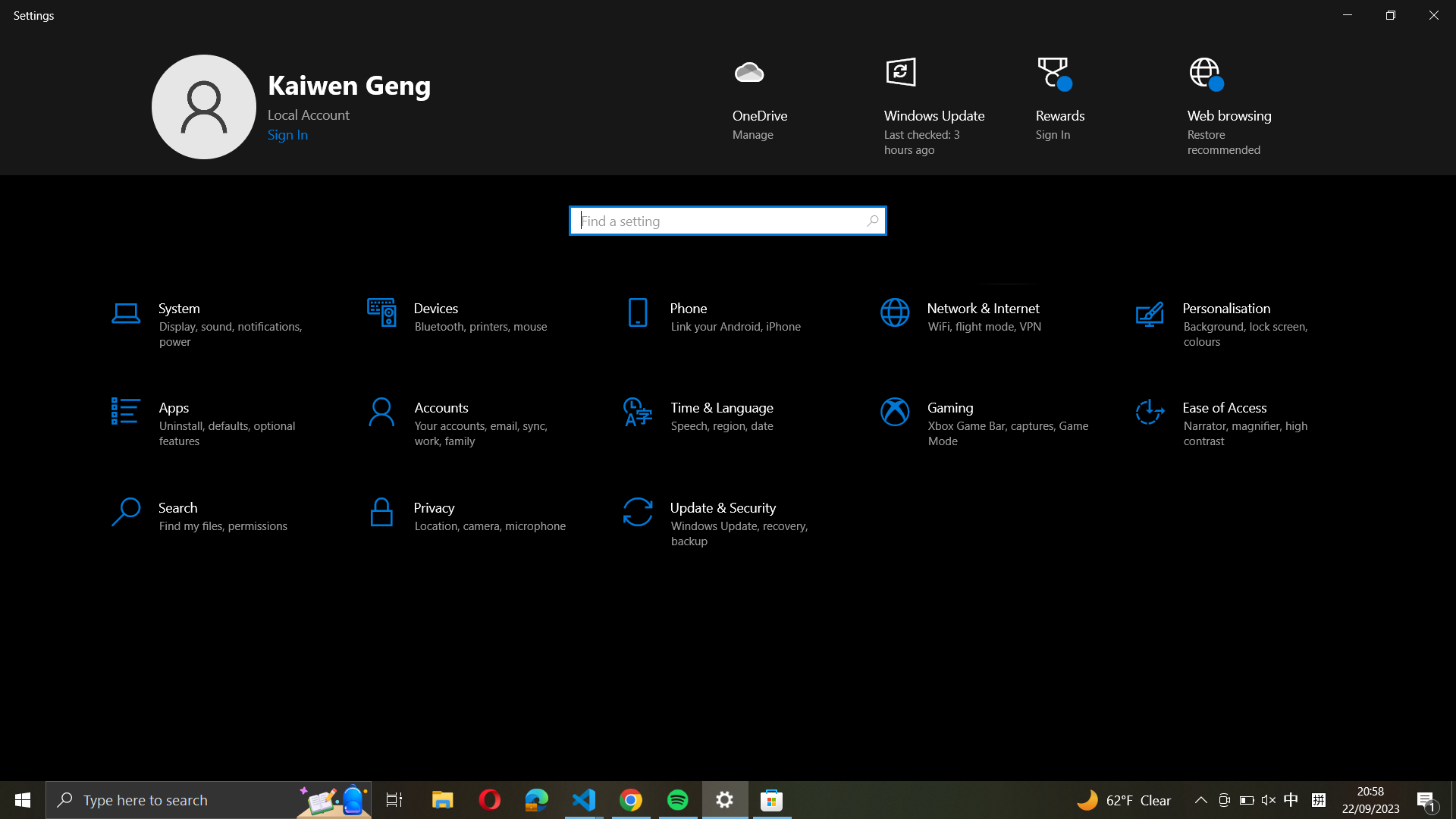 The height and width of the screenshot is (819, 1456). I want to click on the "Rewards" option, so click(1066, 106).